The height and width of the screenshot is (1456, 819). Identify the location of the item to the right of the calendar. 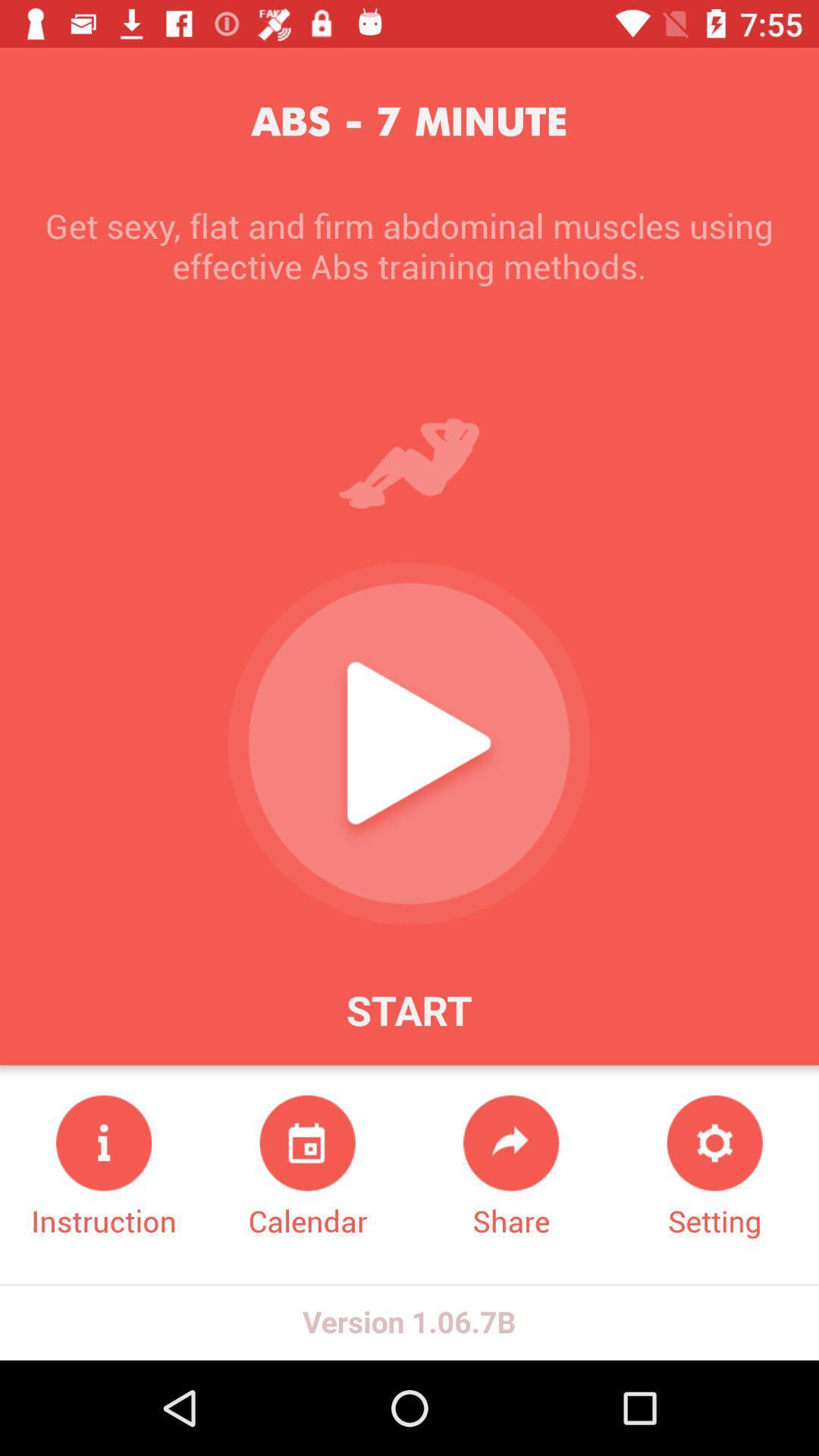
(511, 1167).